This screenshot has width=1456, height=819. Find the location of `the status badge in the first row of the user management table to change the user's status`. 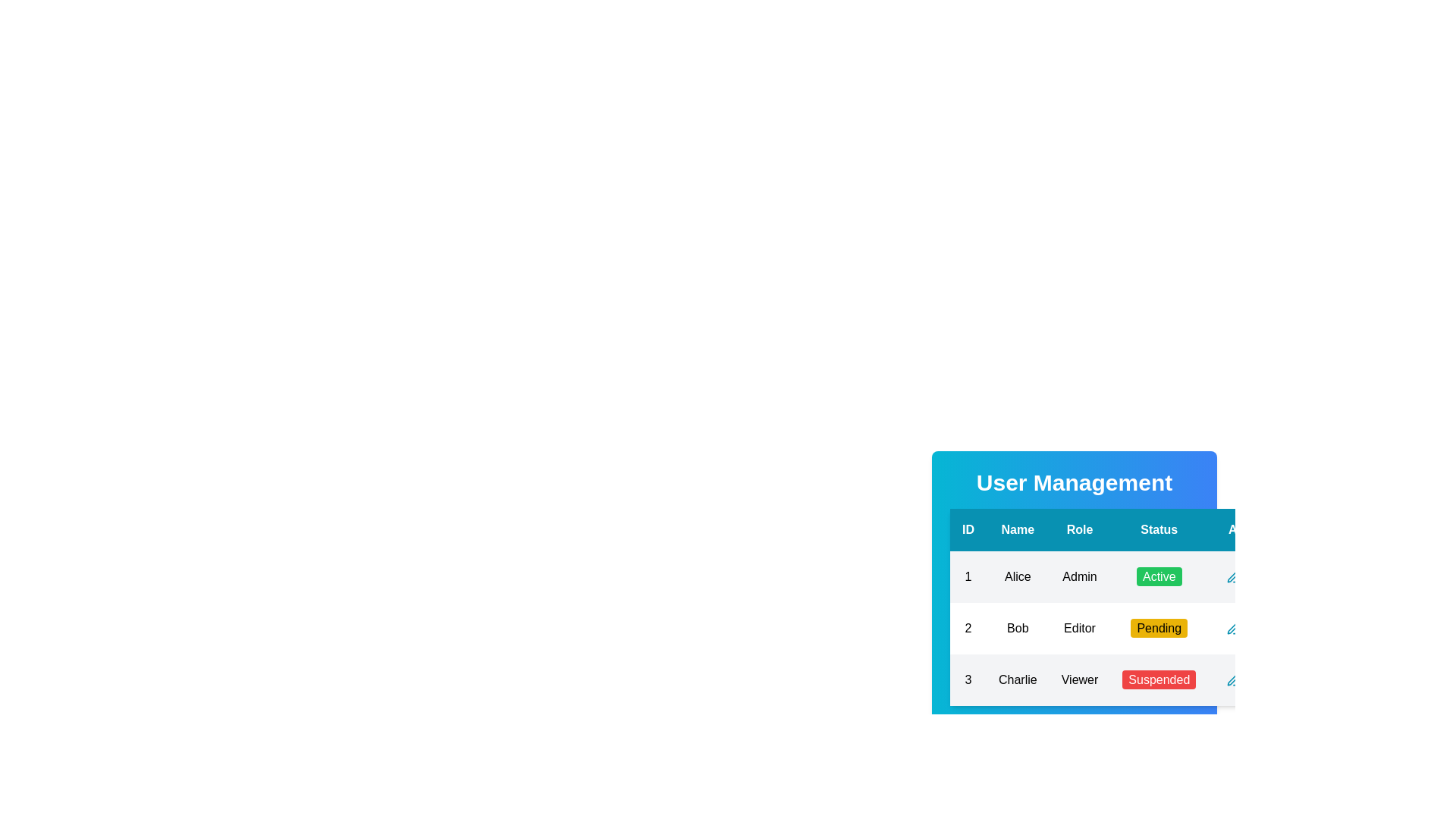

the status badge in the first row of the user management table to change the user's status is located at coordinates (1122, 576).